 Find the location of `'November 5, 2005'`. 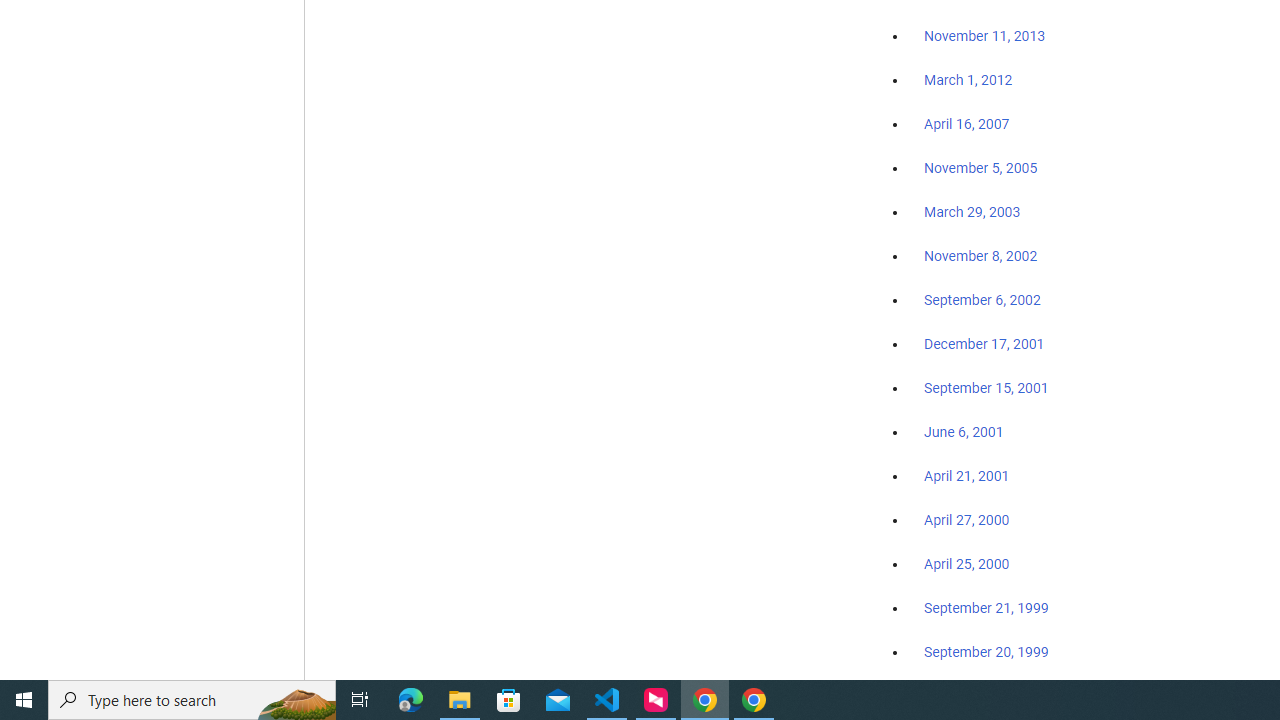

'November 5, 2005' is located at coordinates (981, 167).